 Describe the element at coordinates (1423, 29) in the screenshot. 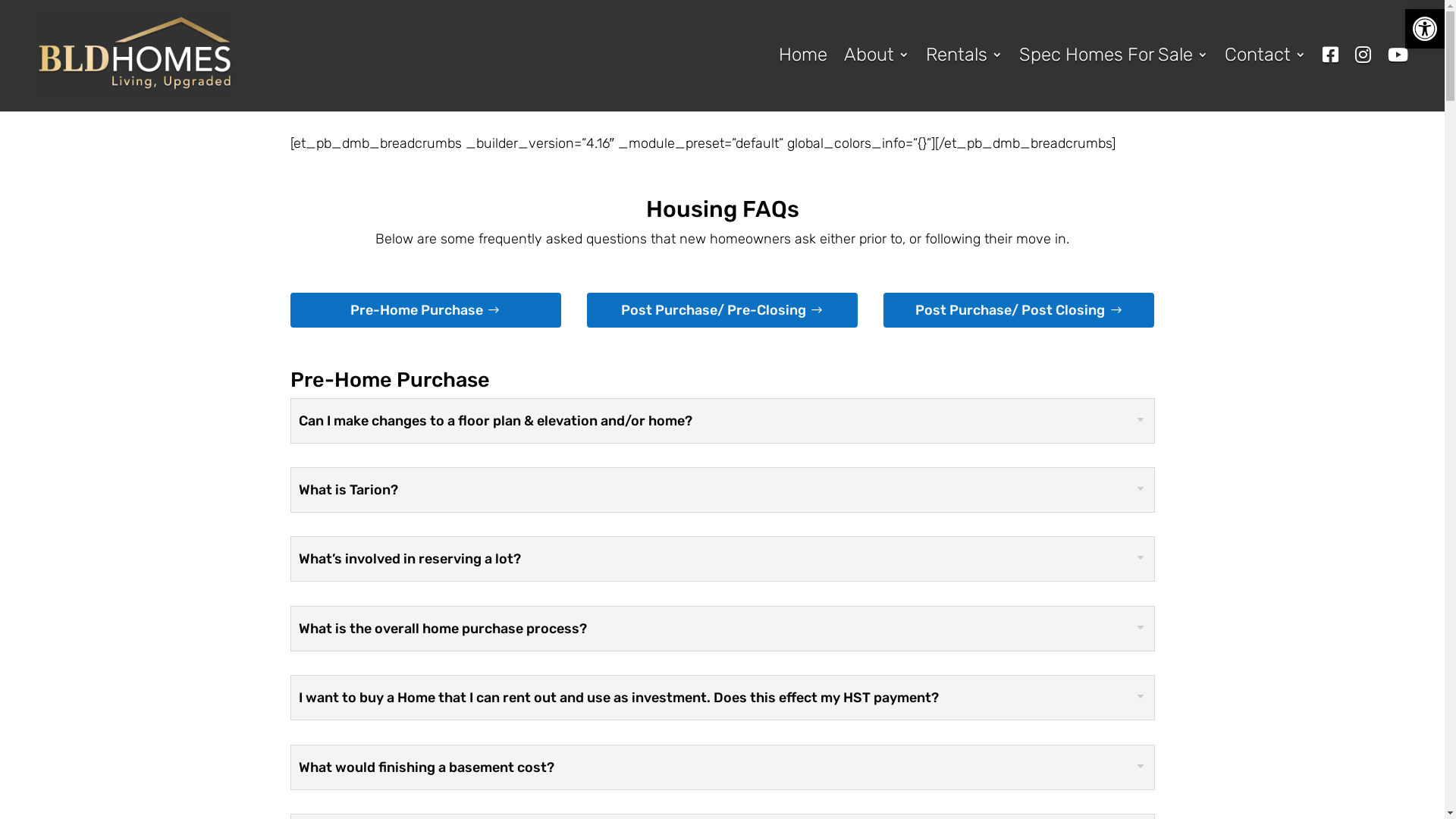

I see `'Open toolbar` at that location.